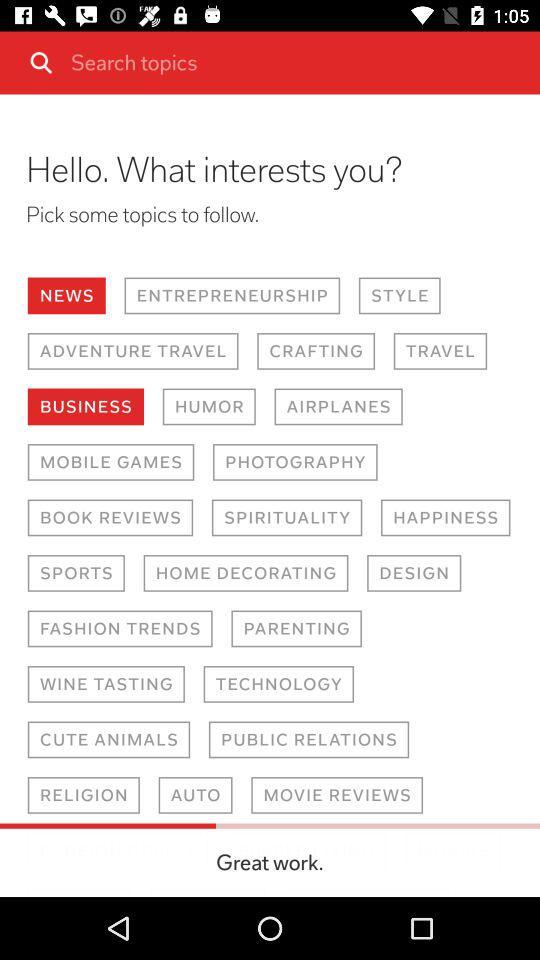 This screenshot has width=540, height=960. I want to click on the button next to entrepreneurship button, so click(399, 294).